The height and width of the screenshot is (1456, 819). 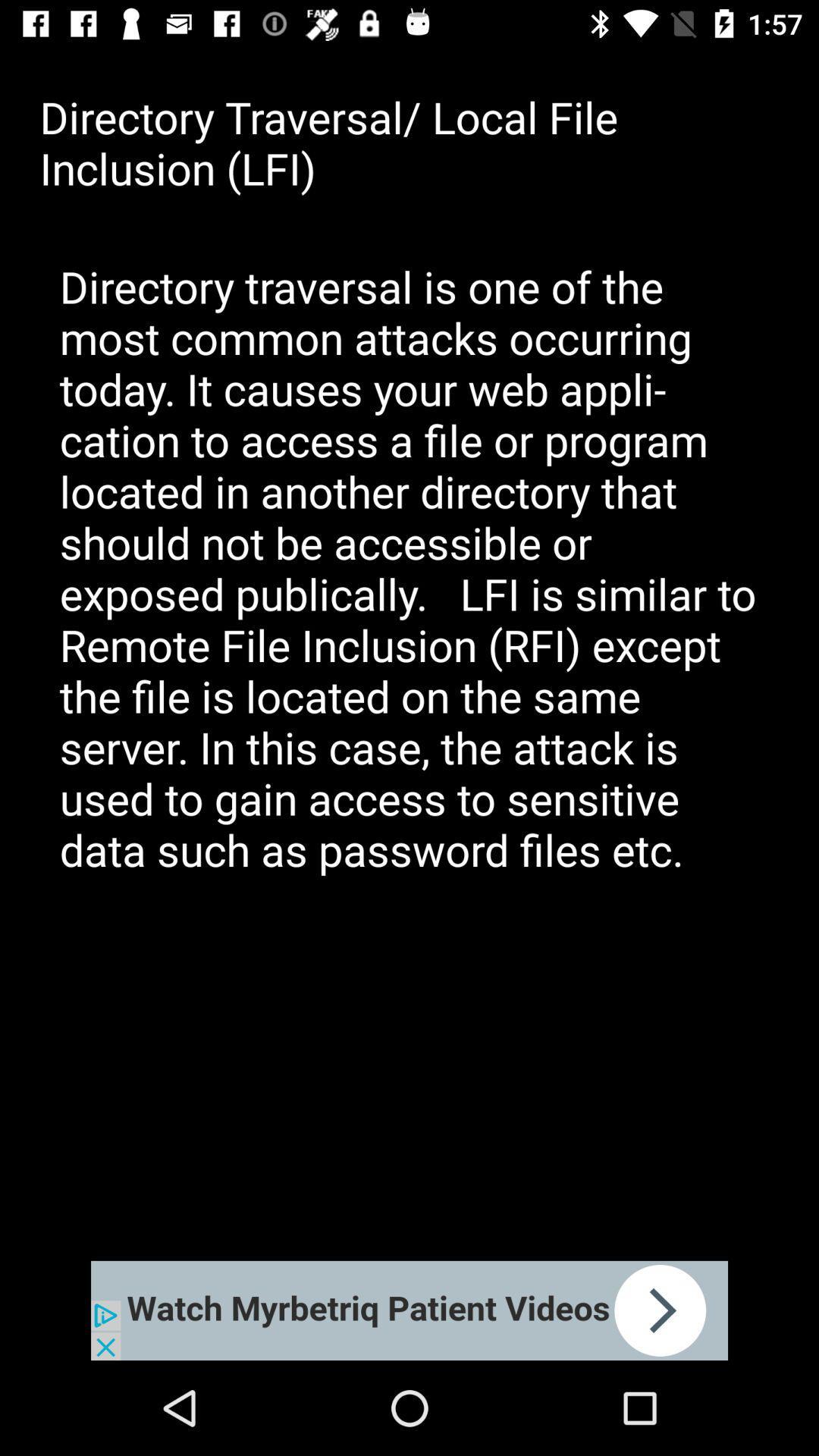 I want to click on open an advertisements, so click(x=409, y=1310).